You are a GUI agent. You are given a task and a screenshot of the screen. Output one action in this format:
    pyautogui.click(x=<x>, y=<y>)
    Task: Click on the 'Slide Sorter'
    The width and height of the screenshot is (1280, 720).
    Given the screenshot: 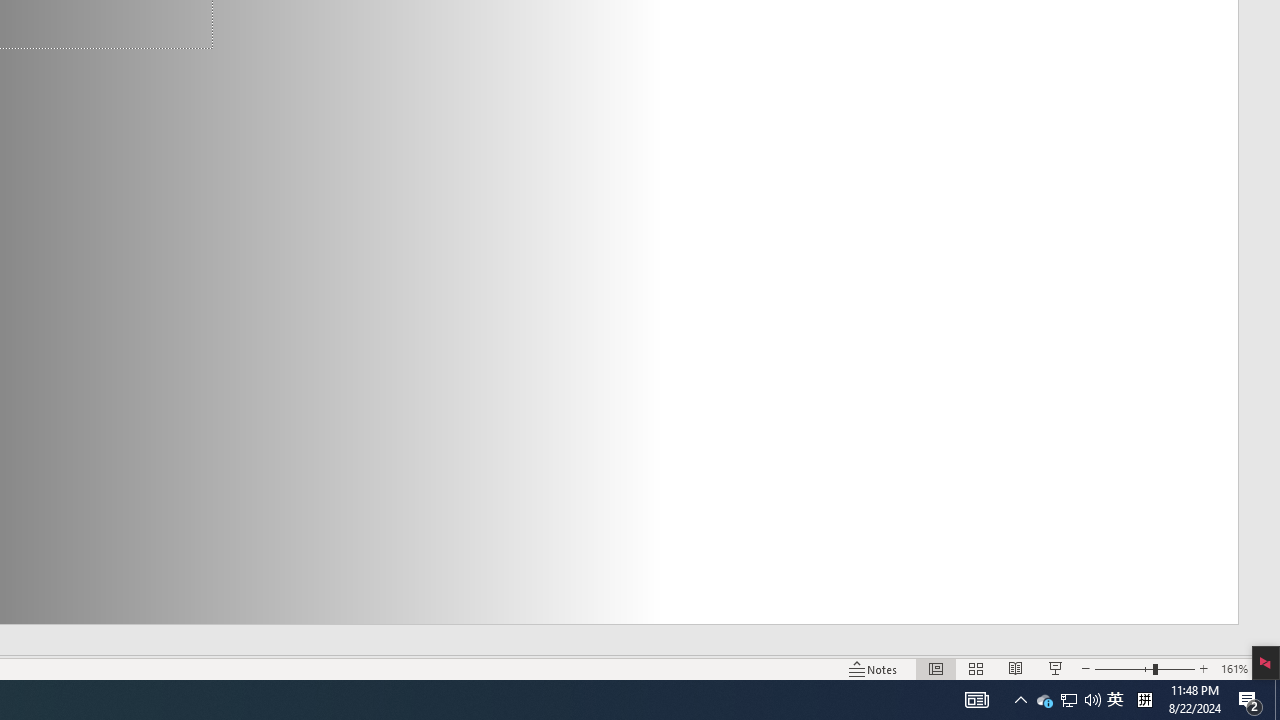 What is the action you would take?
    pyautogui.click(x=976, y=669)
    